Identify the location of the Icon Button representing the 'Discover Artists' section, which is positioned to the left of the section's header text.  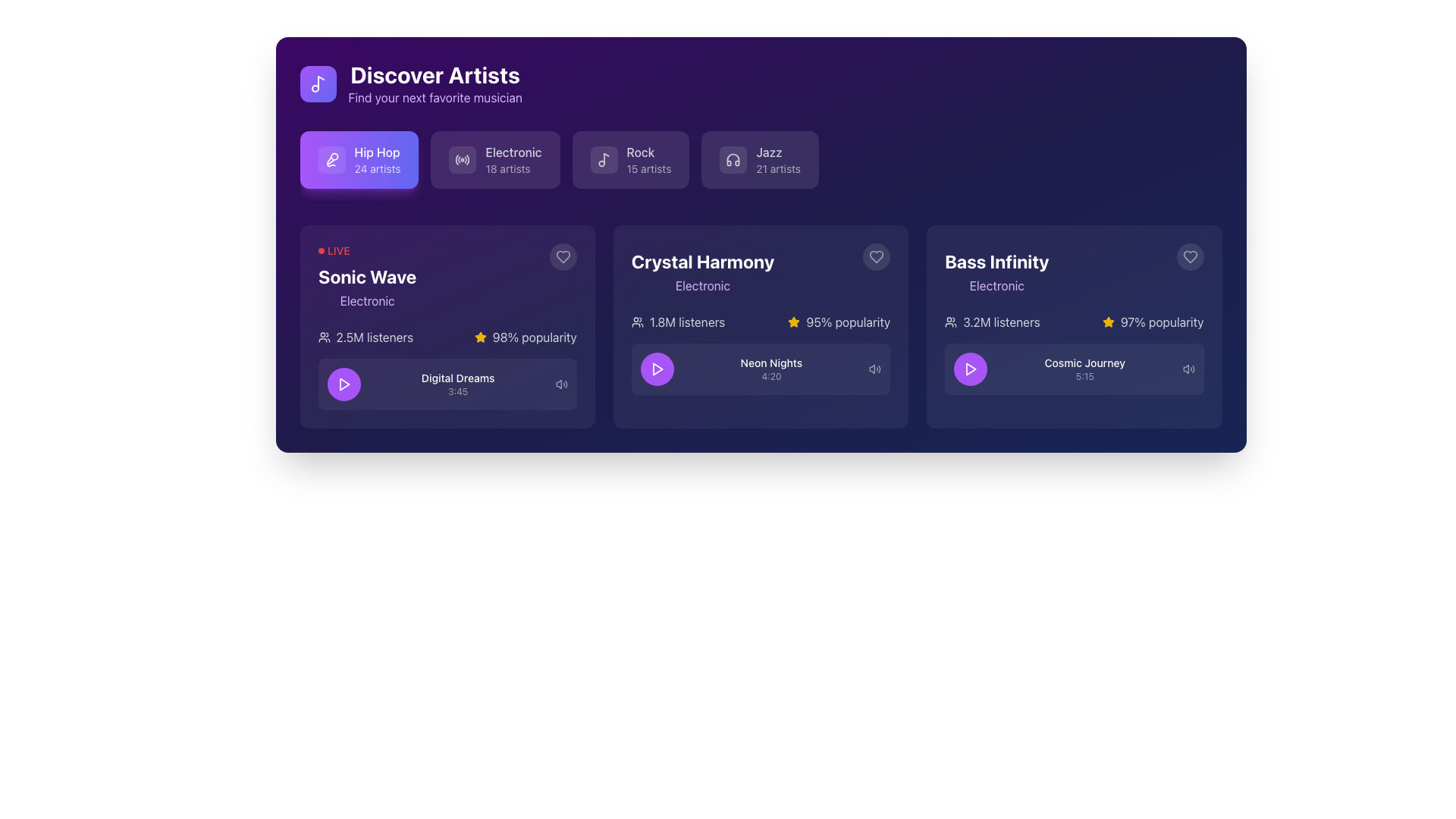
(317, 84).